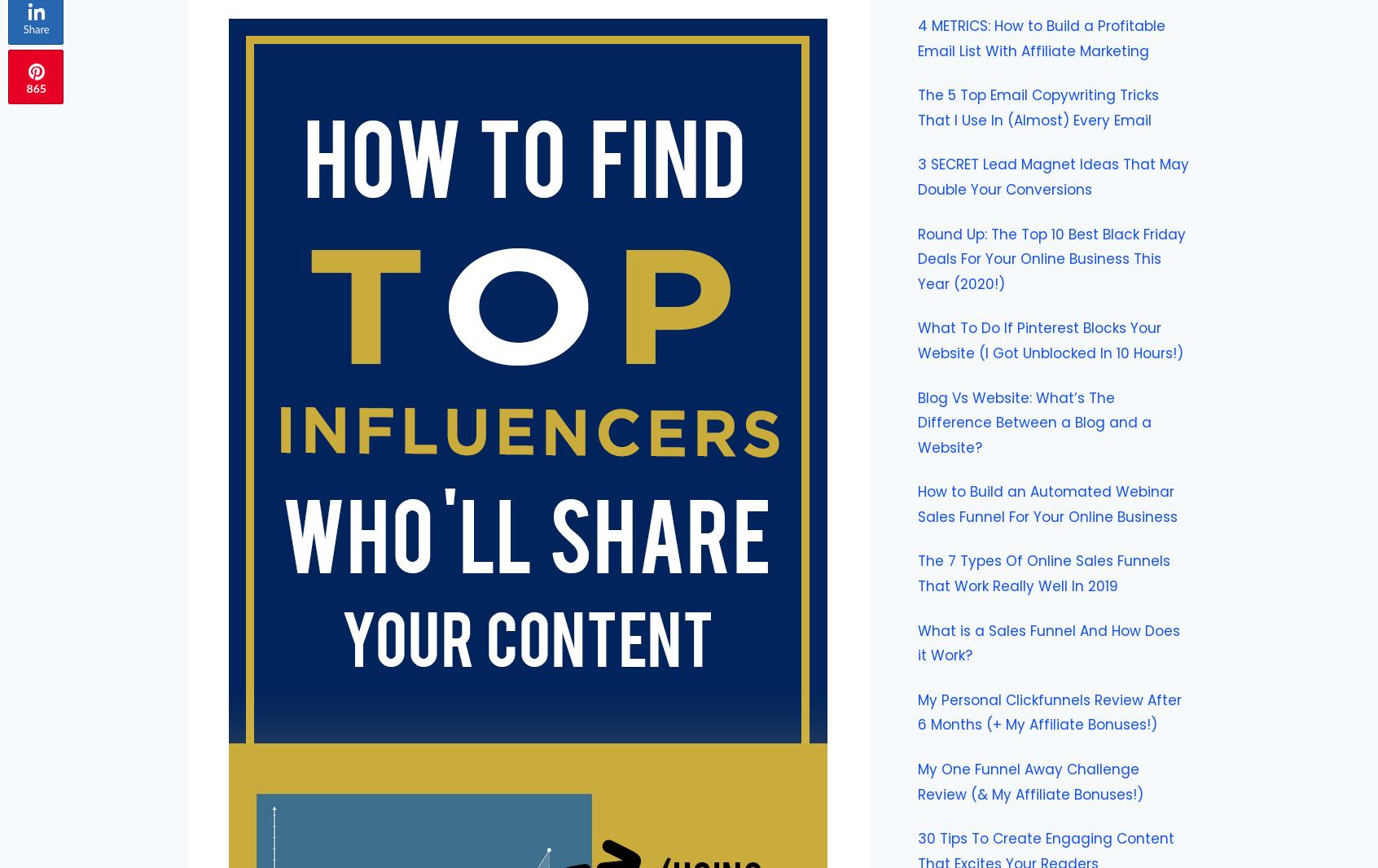 This screenshot has width=1378, height=868. I want to click on 'How to Build an Automated Webinar Sales Funnel For Your Online Business', so click(1047, 503).